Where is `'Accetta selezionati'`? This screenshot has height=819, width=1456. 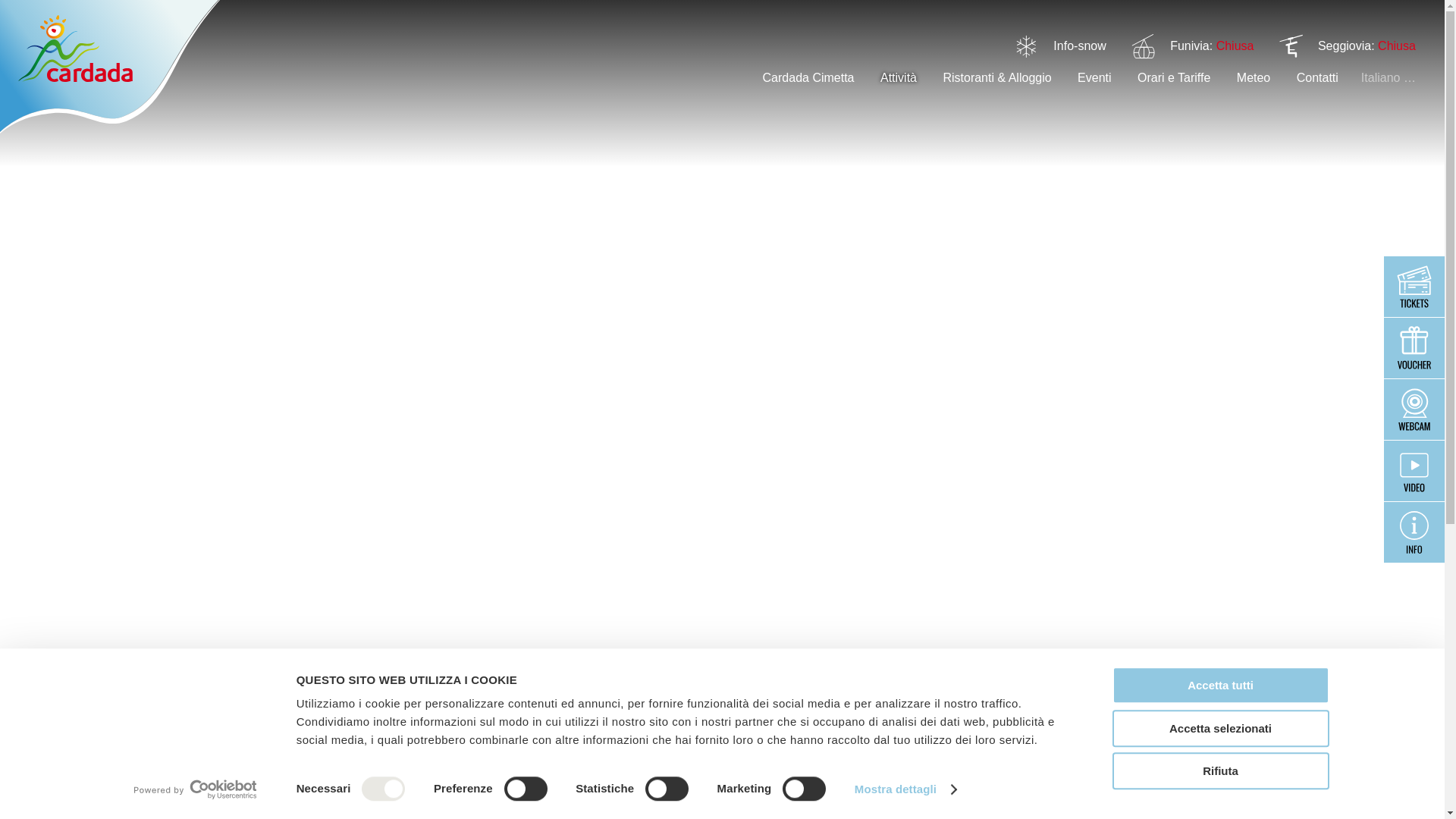
'Accetta selezionati' is located at coordinates (1111, 727).